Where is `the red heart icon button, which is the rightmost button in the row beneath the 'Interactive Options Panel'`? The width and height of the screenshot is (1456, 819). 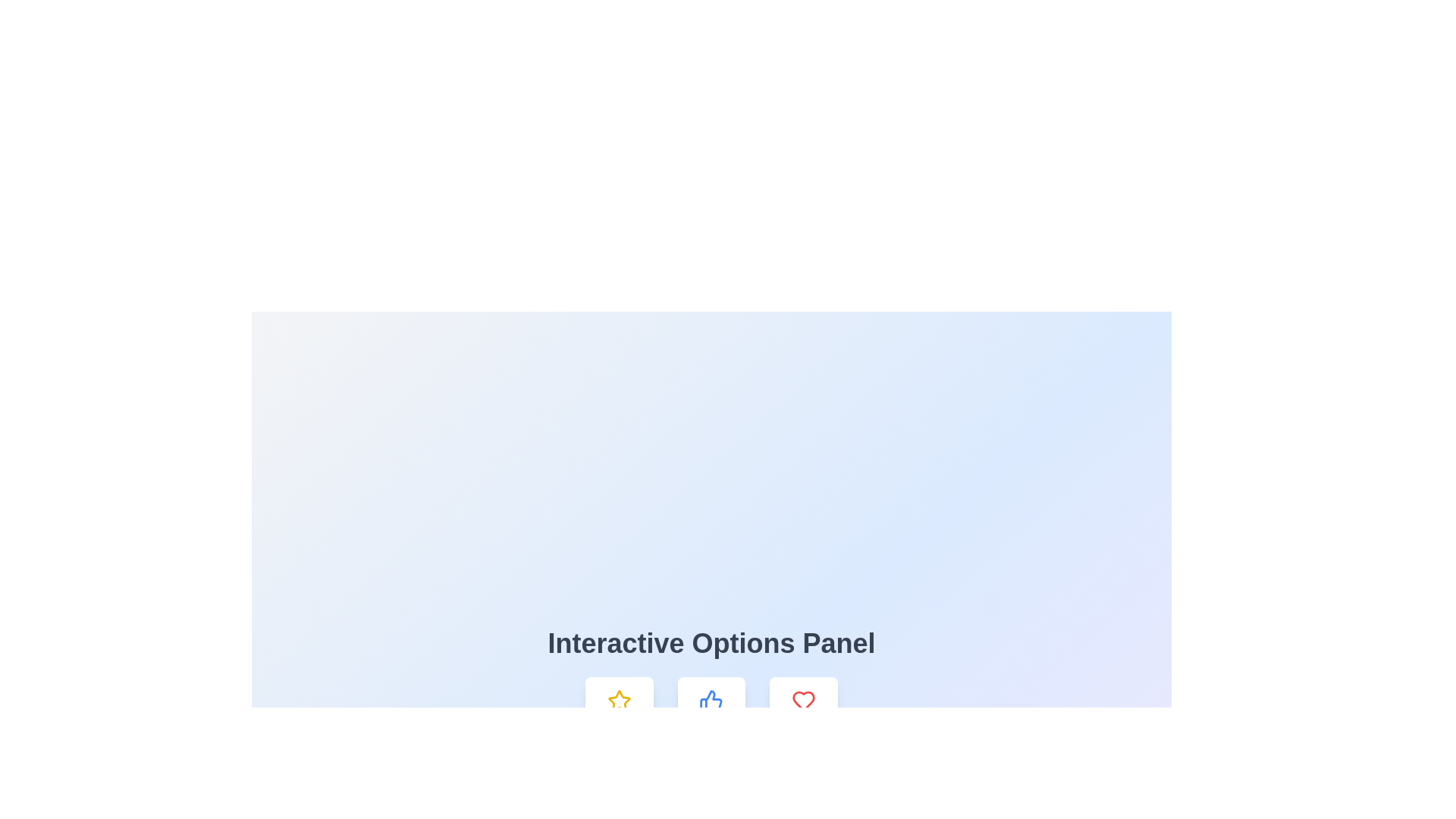
the red heart icon button, which is the rightmost button in the row beneath the 'Interactive Options Panel' is located at coordinates (803, 701).